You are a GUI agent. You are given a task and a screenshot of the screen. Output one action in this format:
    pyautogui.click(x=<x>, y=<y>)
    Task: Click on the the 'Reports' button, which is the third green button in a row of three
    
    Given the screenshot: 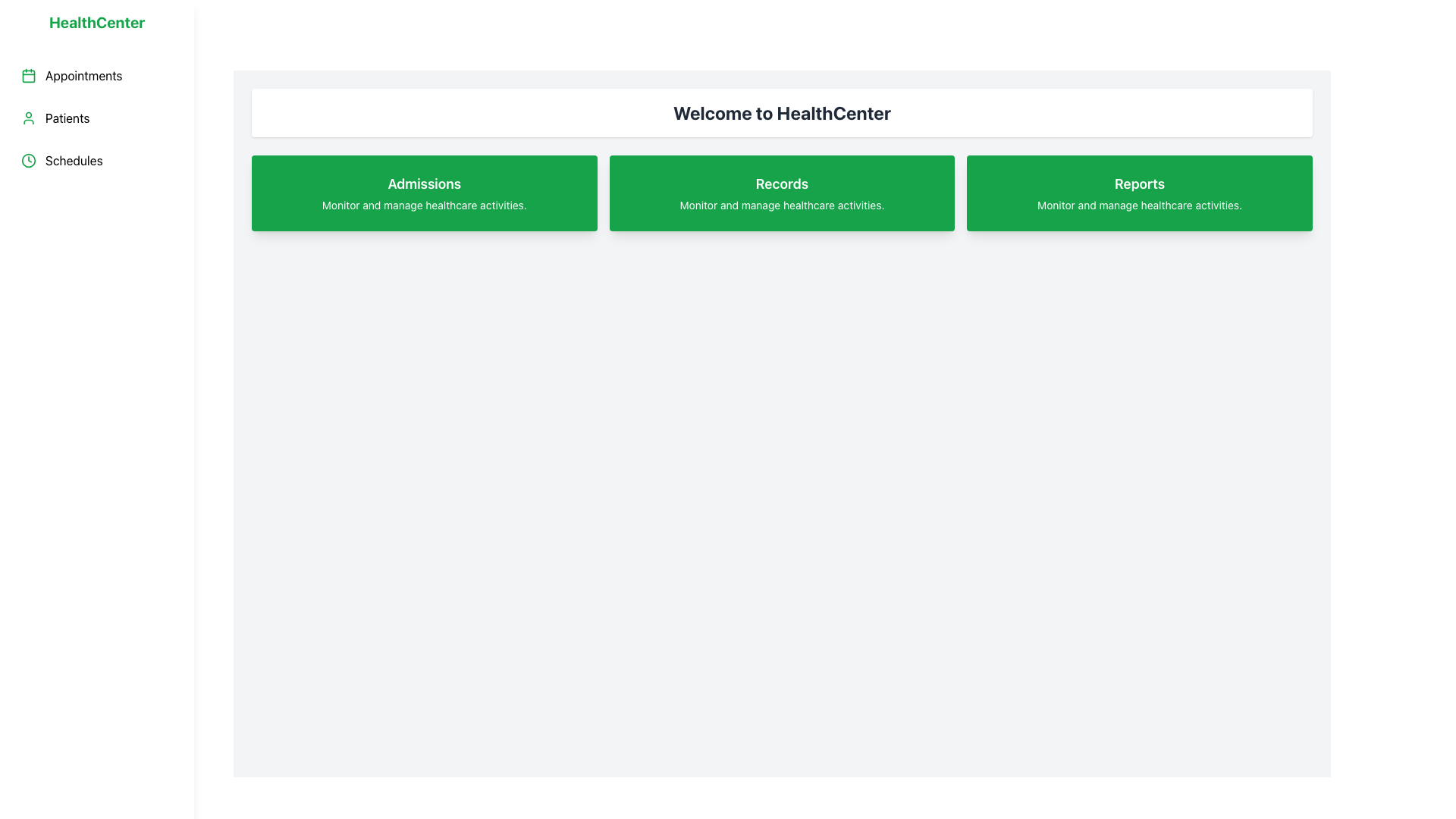 What is the action you would take?
    pyautogui.click(x=1140, y=192)
    